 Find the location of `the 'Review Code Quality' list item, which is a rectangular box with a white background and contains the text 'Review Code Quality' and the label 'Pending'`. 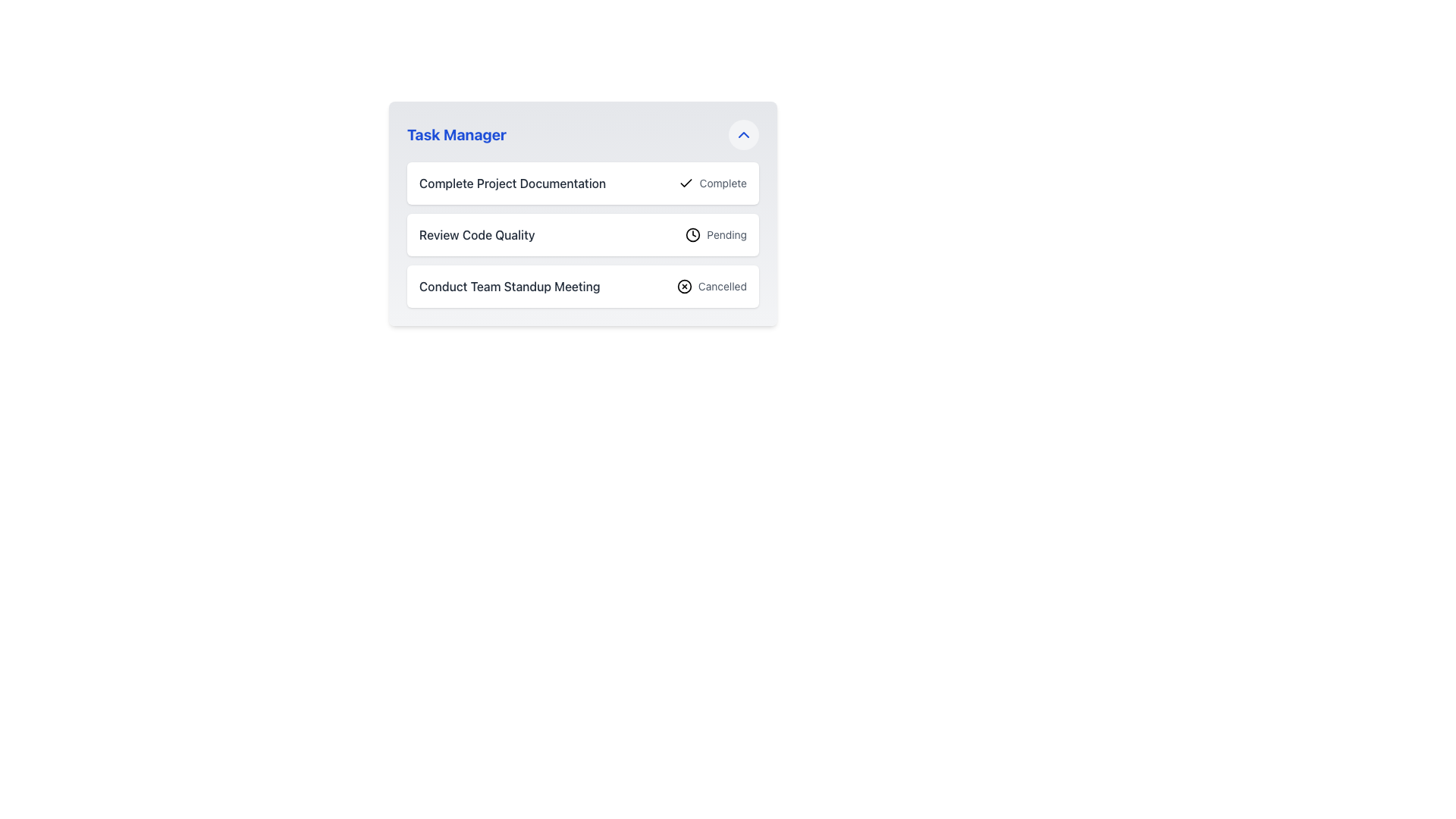

the 'Review Code Quality' list item, which is a rectangular box with a white background and contains the text 'Review Code Quality' and the label 'Pending' is located at coordinates (582, 234).